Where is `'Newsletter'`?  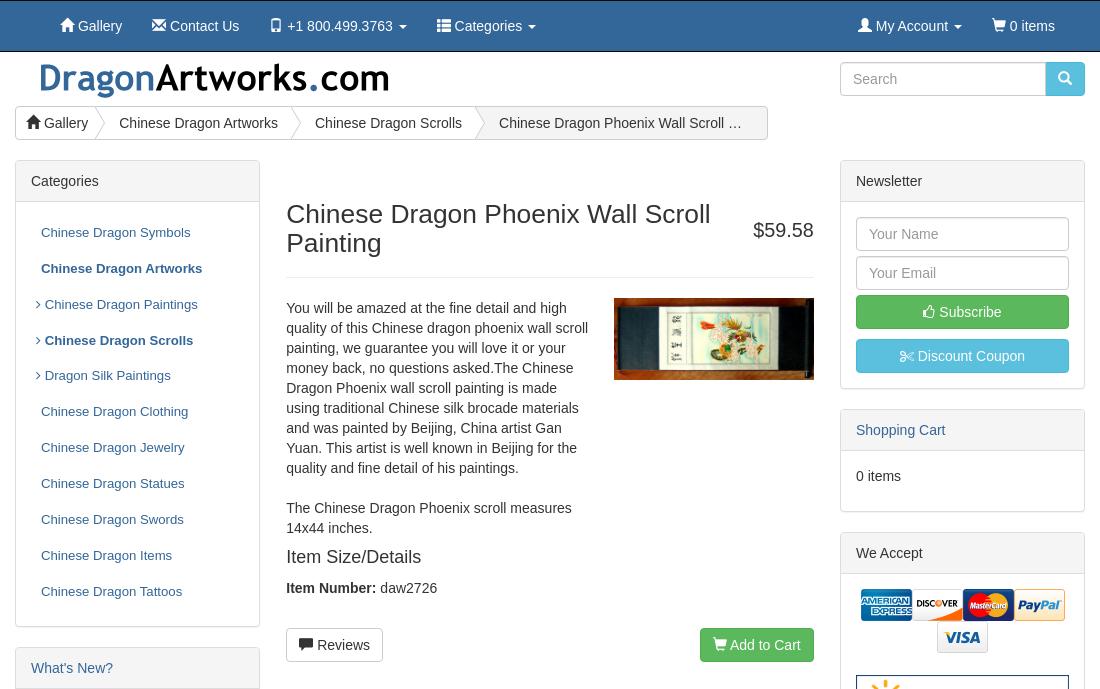 'Newsletter' is located at coordinates (888, 180).